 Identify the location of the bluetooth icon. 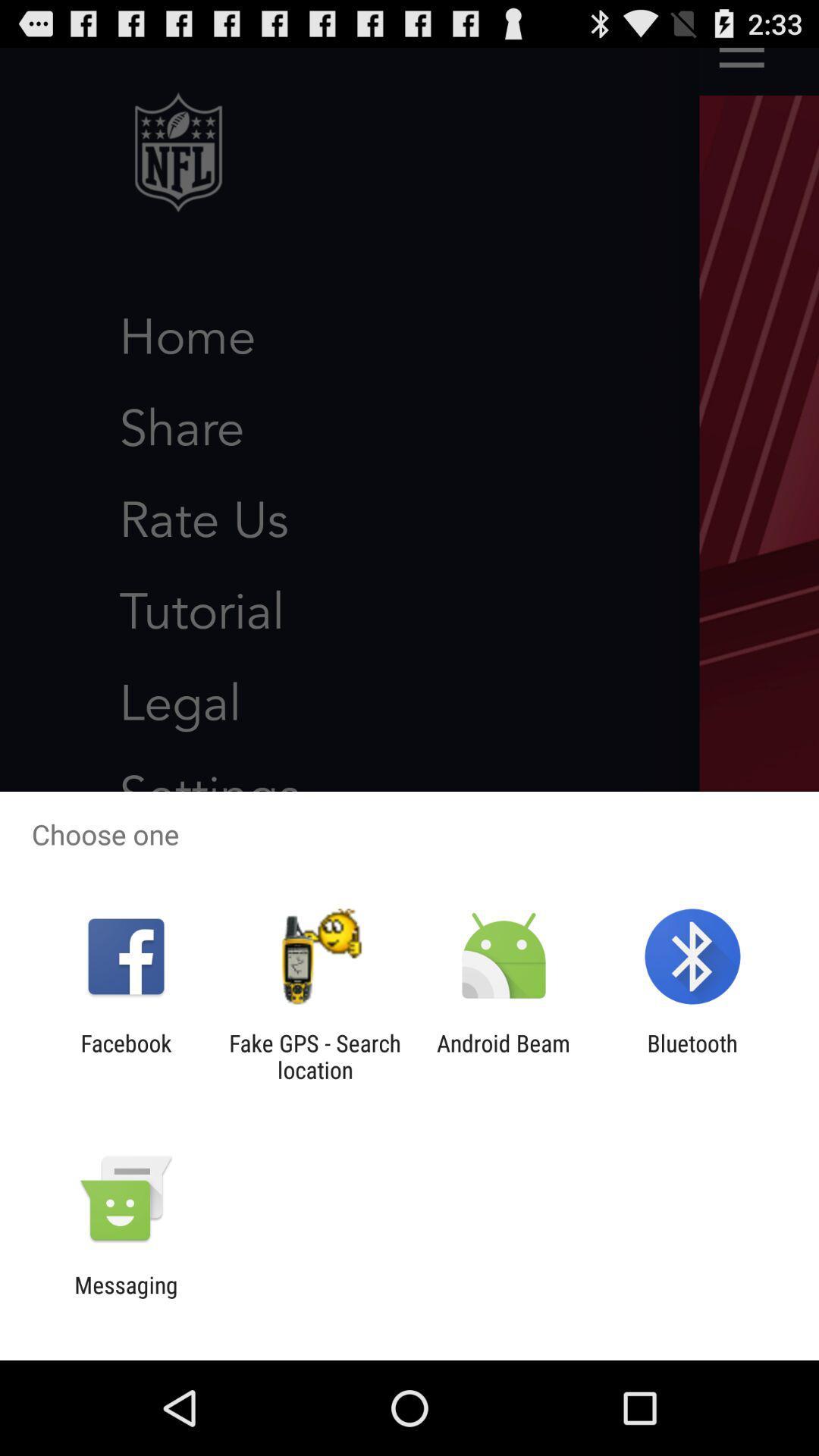
(692, 1056).